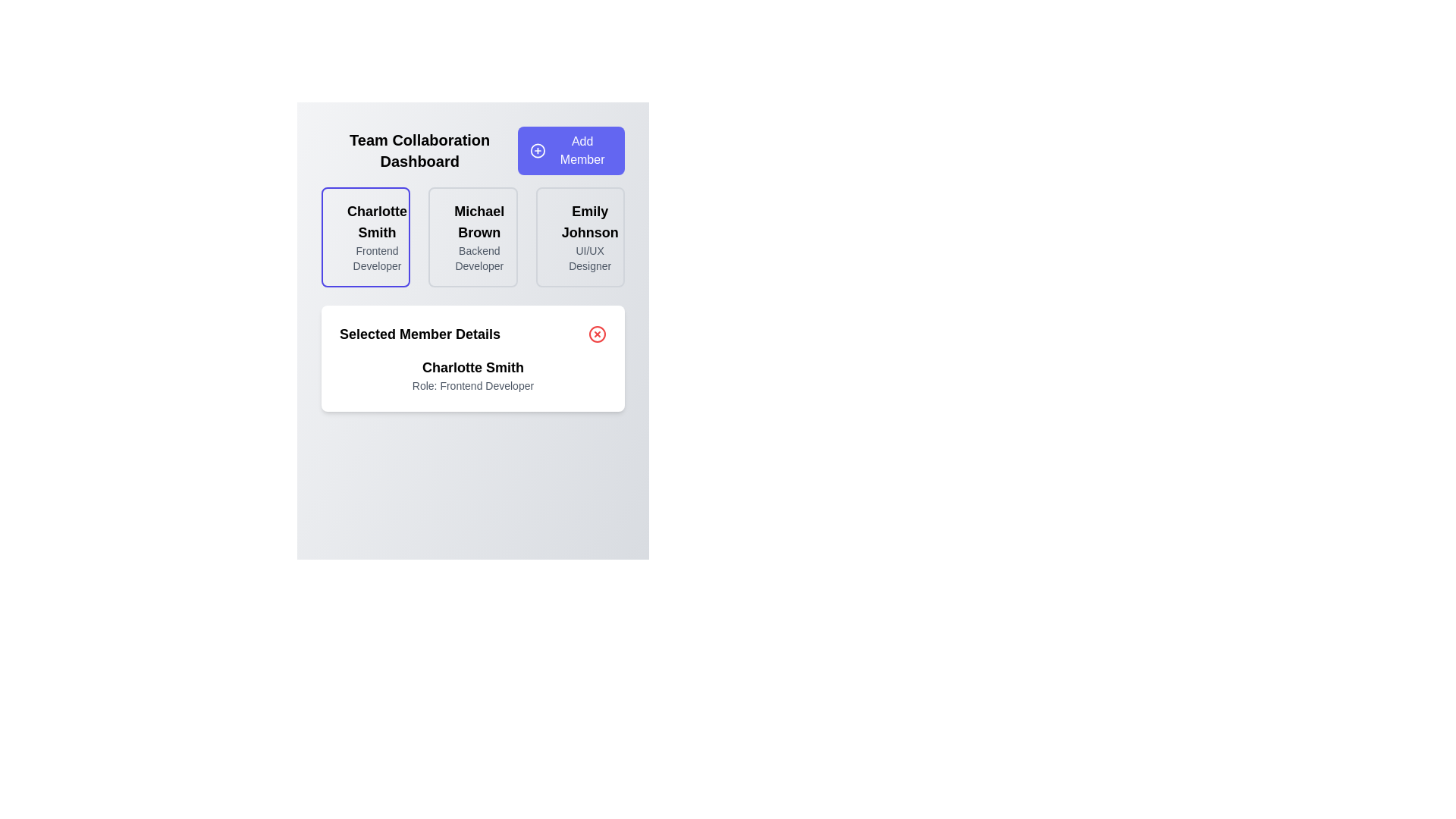 Image resolution: width=1456 pixels, height=819 pixels. I want to click on the 'Add Member' button located in the top right corner of the interface, which contains the icon for adding a new member, so click(538, 151).